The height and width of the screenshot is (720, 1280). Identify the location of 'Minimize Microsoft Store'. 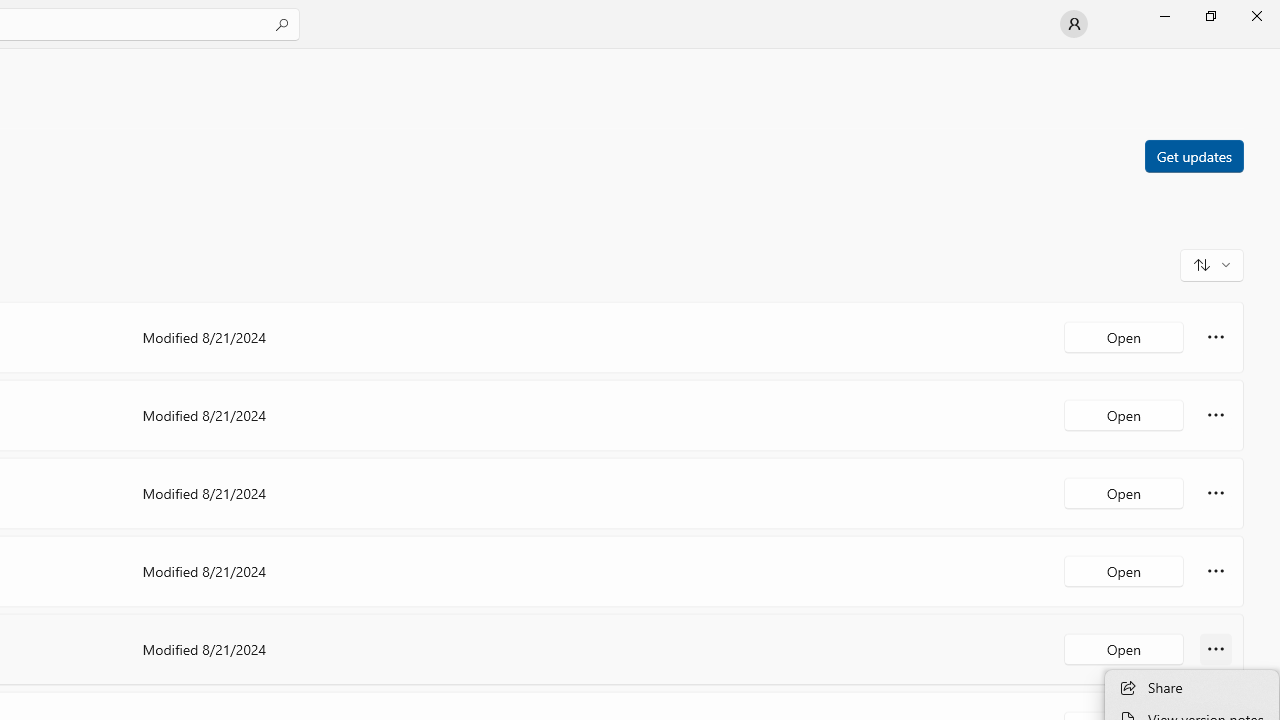
(1164, 15).